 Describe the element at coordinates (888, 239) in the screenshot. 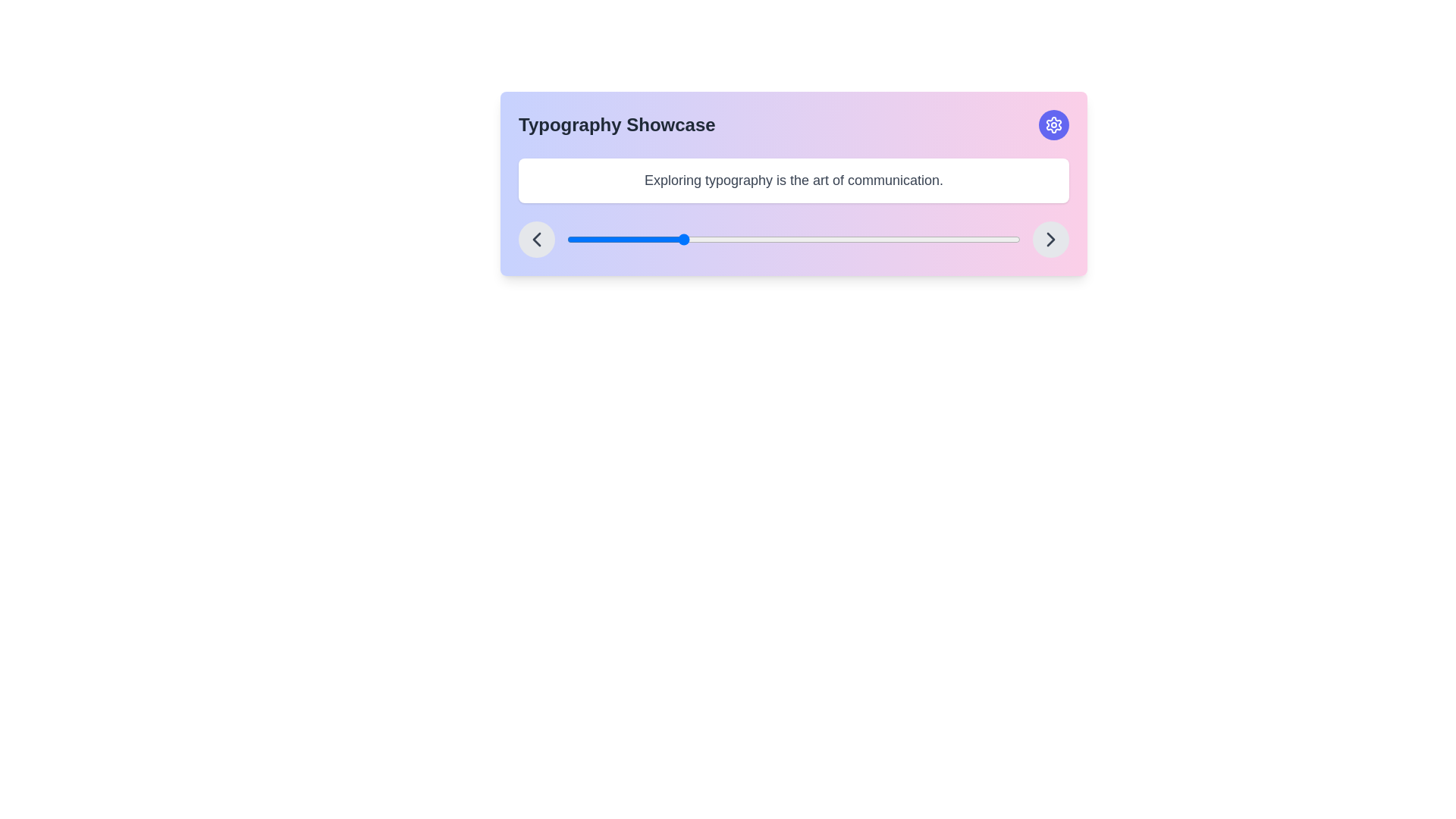

I see `the slider` at that location.